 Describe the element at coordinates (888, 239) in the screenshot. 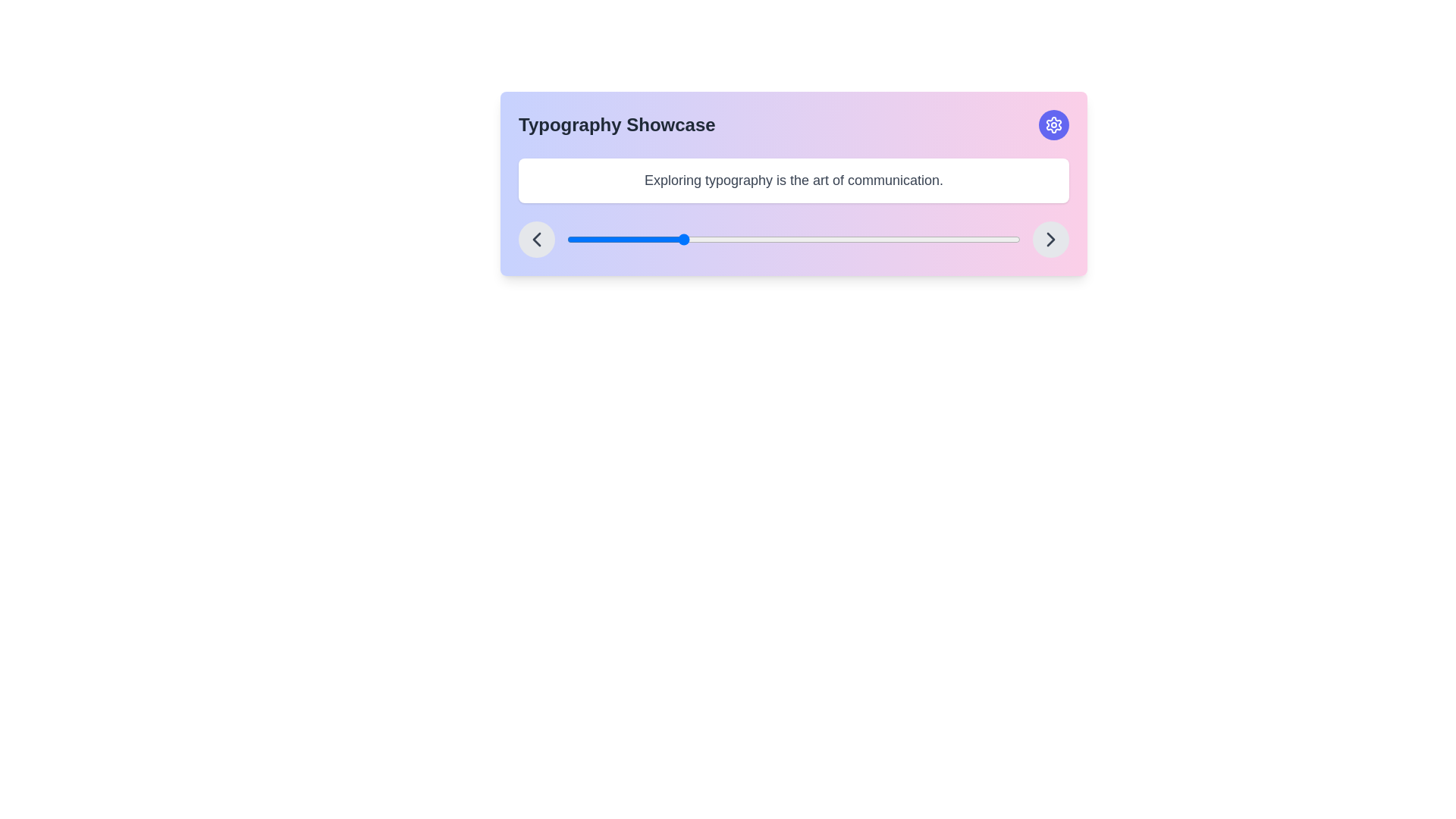

I see `the slider` at that location.